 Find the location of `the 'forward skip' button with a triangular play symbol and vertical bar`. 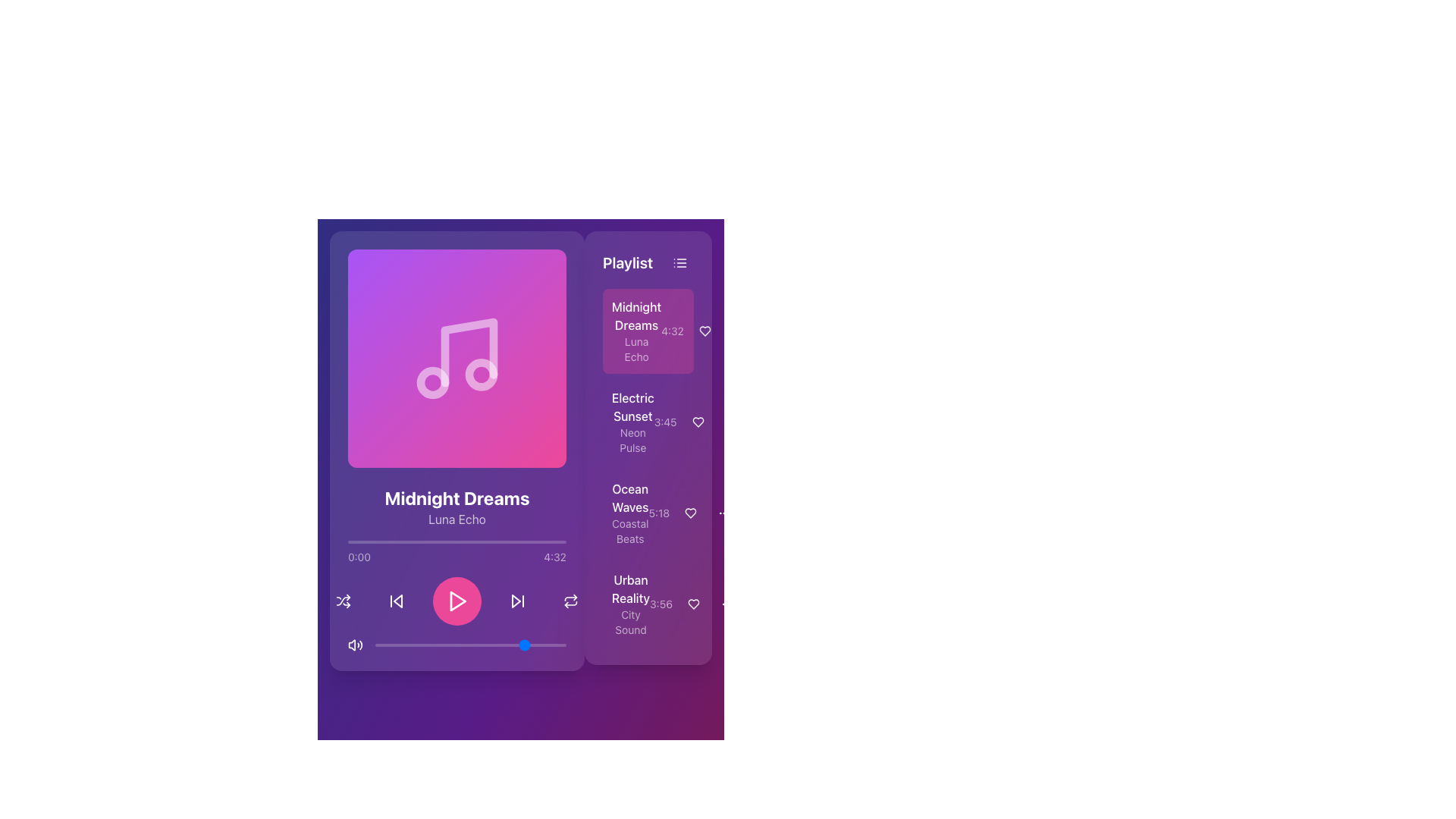

the 'forward skip' button with a triangular play symbol and vertical bar is located at coordinates (517, 601).